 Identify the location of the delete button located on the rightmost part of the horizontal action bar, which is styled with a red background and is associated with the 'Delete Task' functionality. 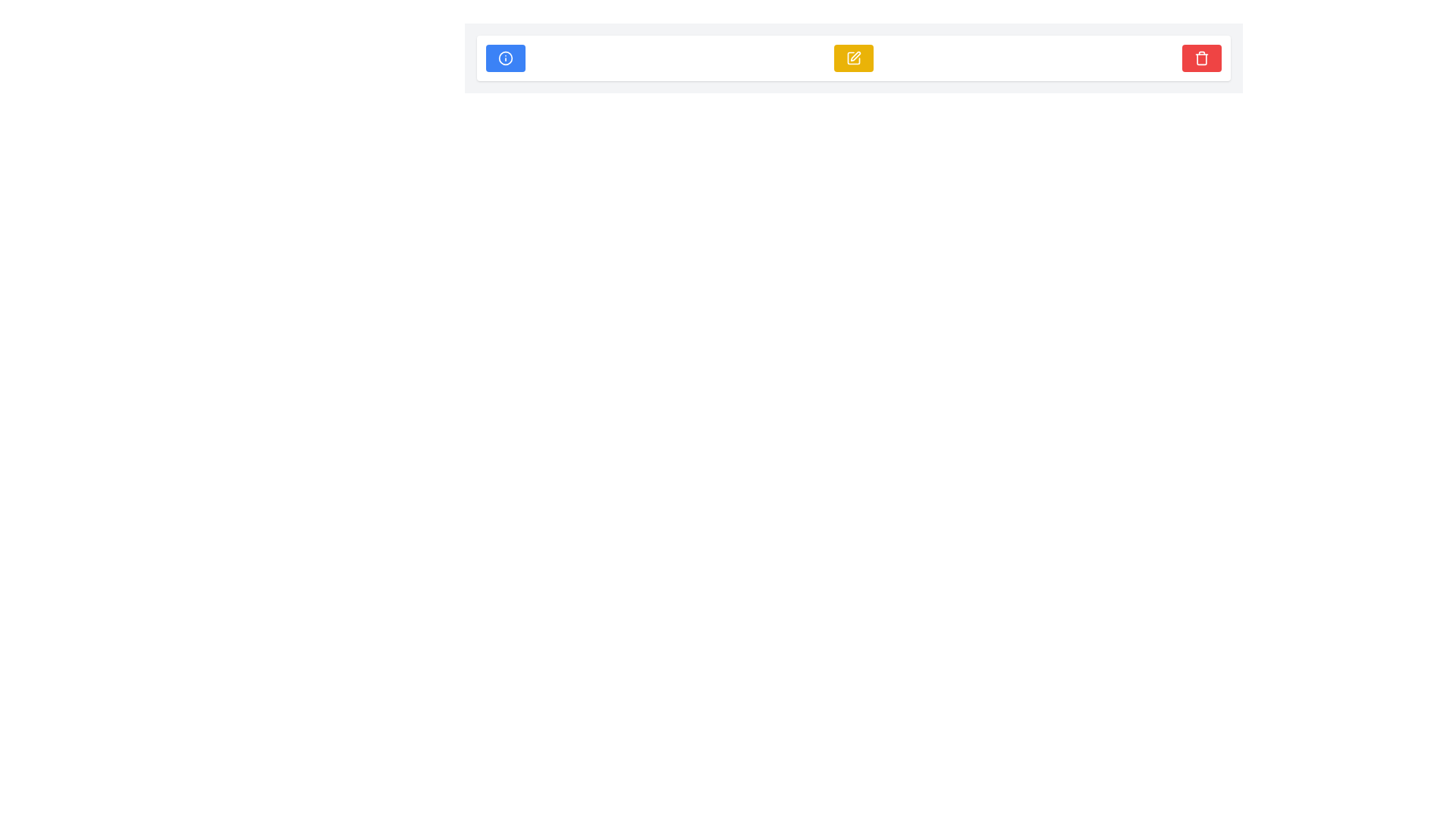
(1200, 58).